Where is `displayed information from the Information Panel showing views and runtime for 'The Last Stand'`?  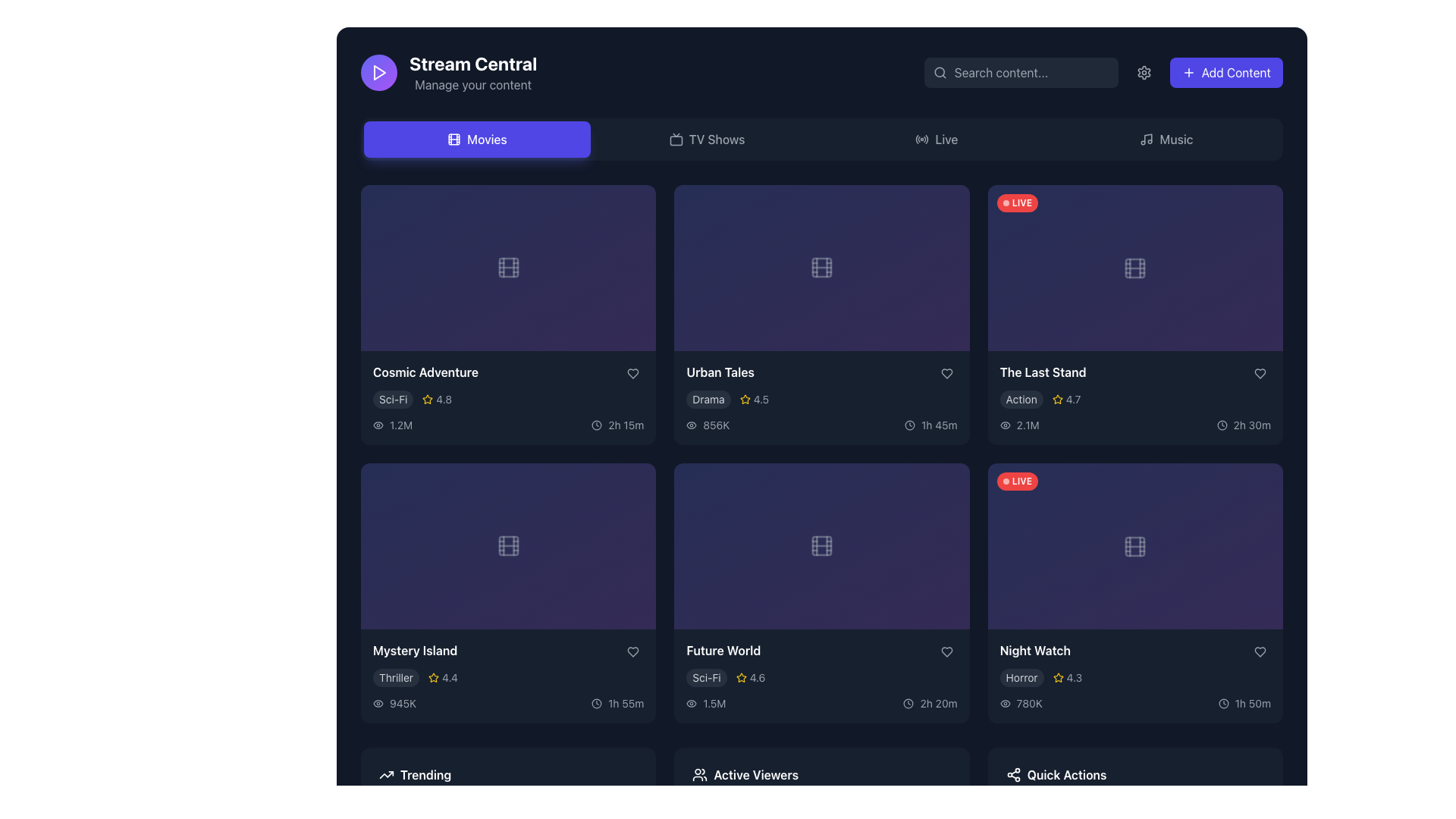
displayed information from the Information Panel showing views and runtime for 'The Last Stand' is located at coordinates (1135, 425).